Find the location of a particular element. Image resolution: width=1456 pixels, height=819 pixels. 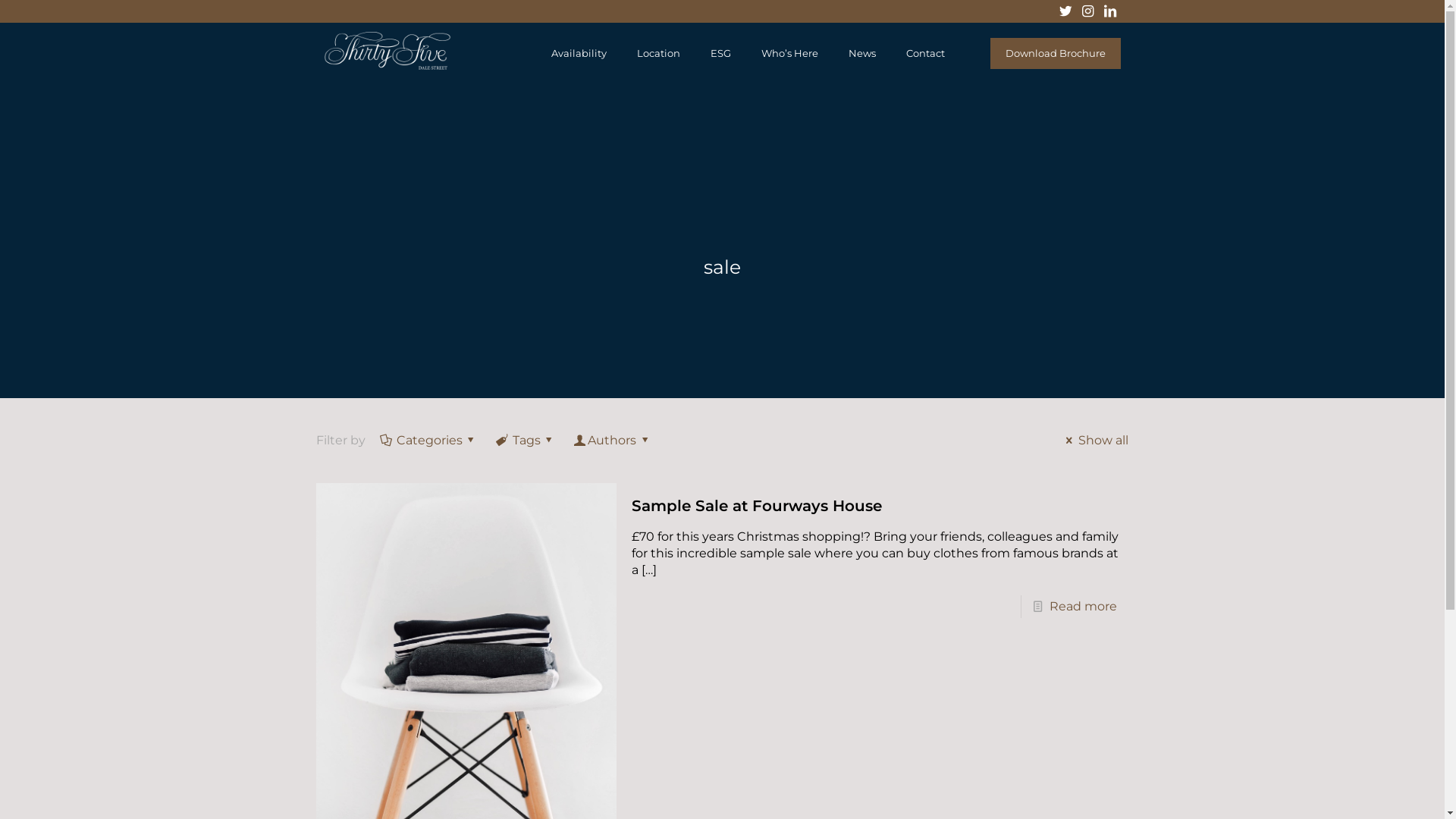

'Show all' is located at coordinates (1094, 440).